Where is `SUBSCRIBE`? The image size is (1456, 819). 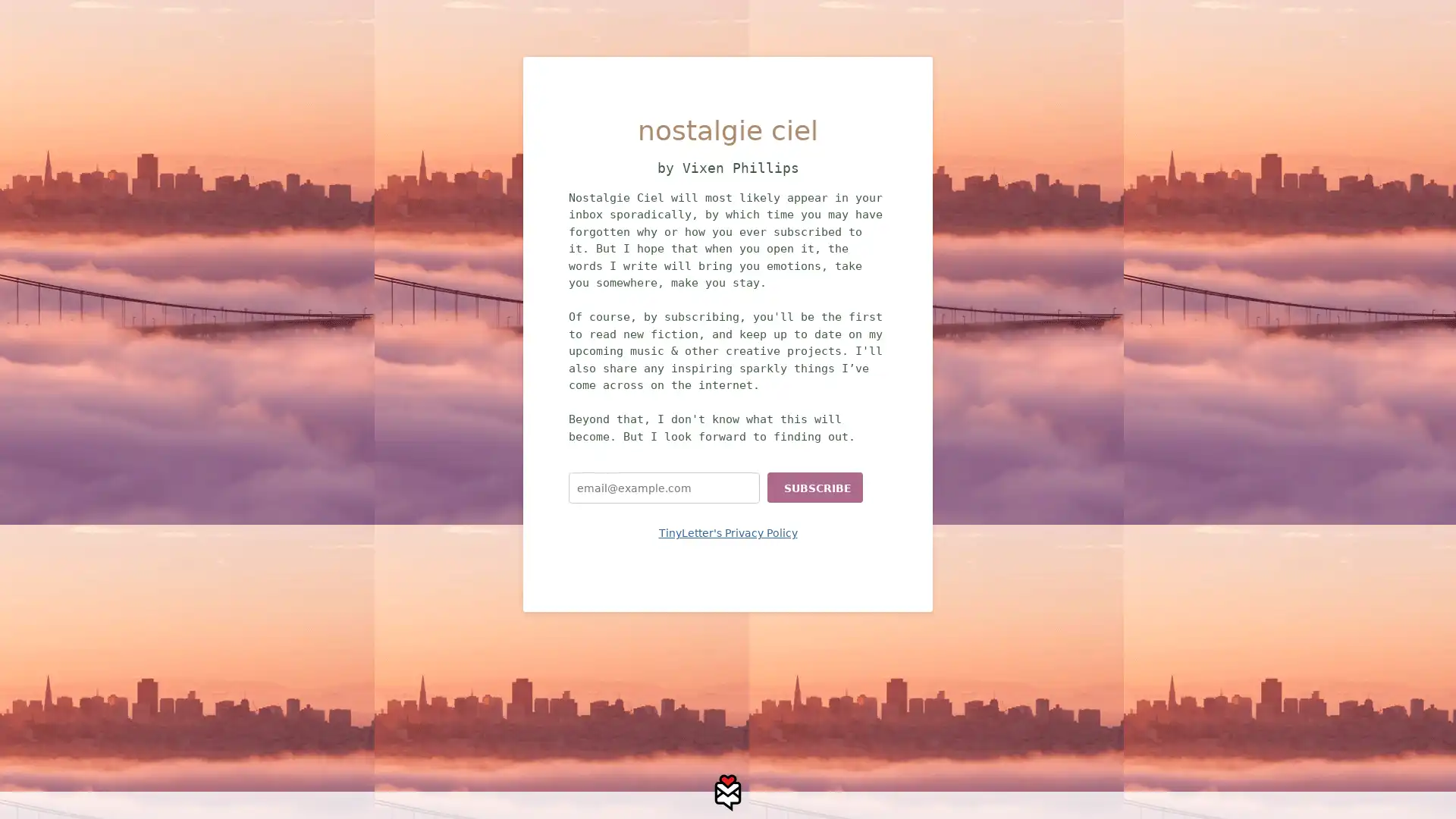
SUBSCRIBE is located at coordinates (814, 488).